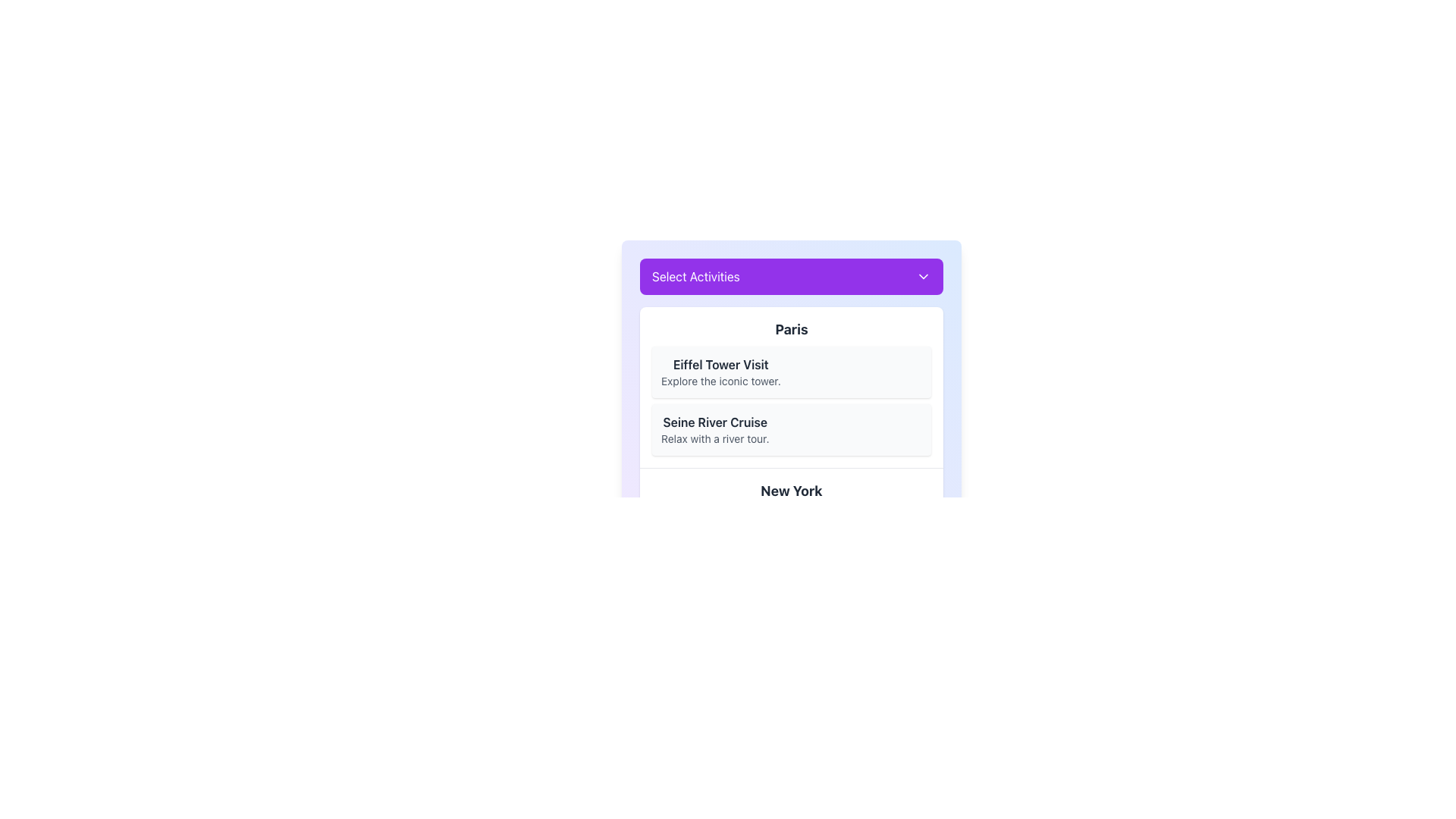 This screenshot has width=1456, height=819. Describe the element at coordinates (720, 365) in the screenshot. I see `the bold text label that reads 'Eiffel Tower Visit' located at the top of the first card in the 'Paris' section` at that location.